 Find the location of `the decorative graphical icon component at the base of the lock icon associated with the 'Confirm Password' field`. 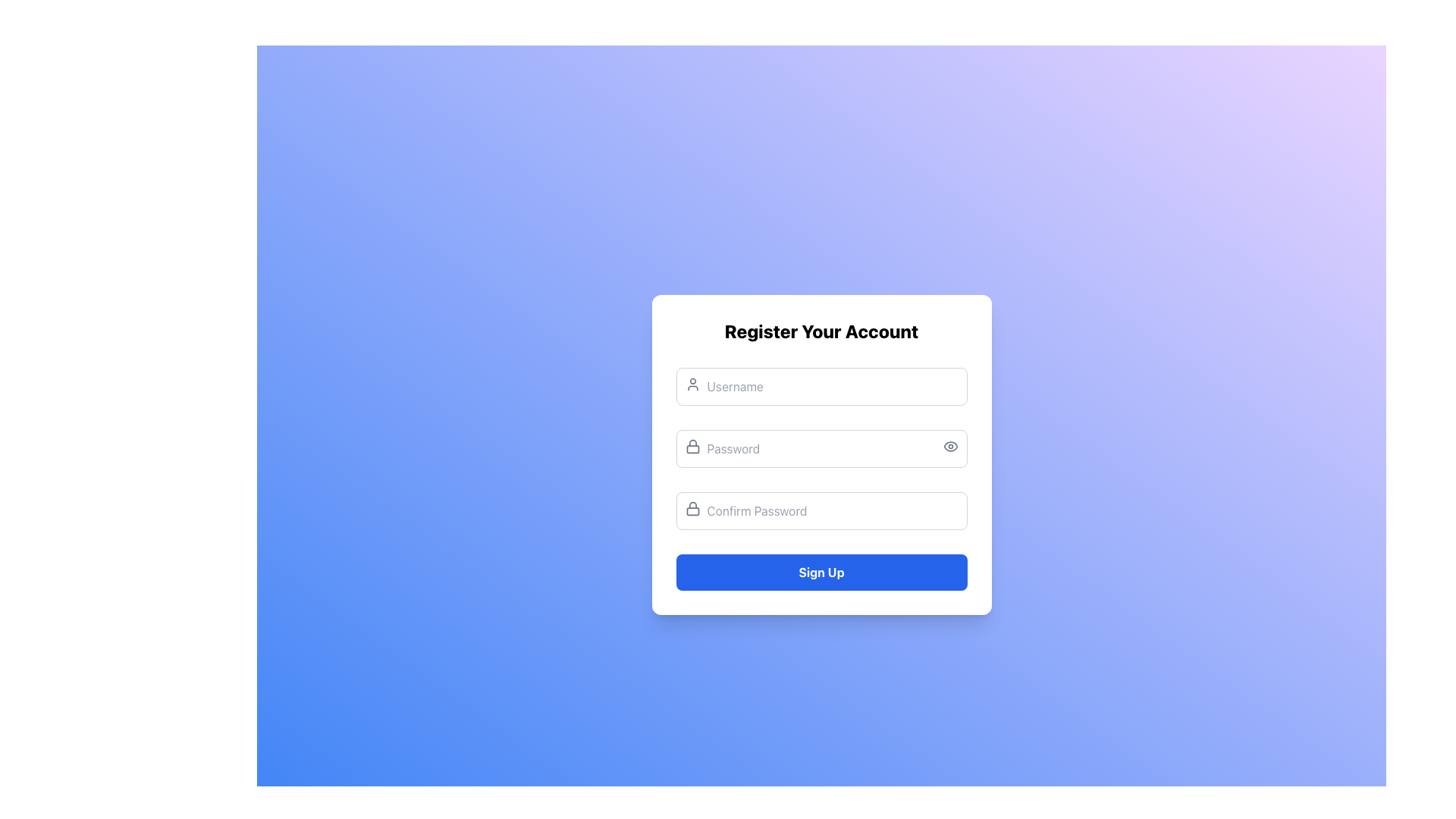

the decorative graphical icon component at the base of the lock icon associated with the 'Confirm Password' field is located at coordinates (692, 511).